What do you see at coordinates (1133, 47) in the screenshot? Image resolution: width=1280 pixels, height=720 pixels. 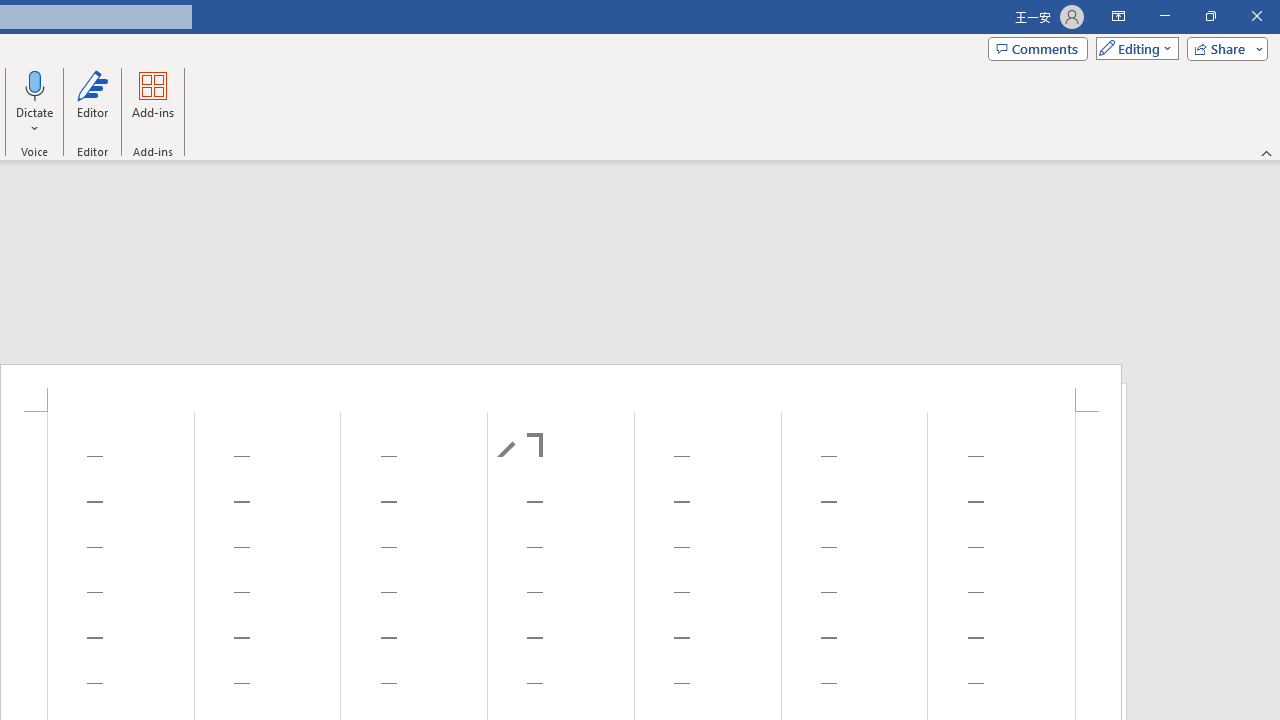 I see `'Mode'` at bounding box center [1133, 47].